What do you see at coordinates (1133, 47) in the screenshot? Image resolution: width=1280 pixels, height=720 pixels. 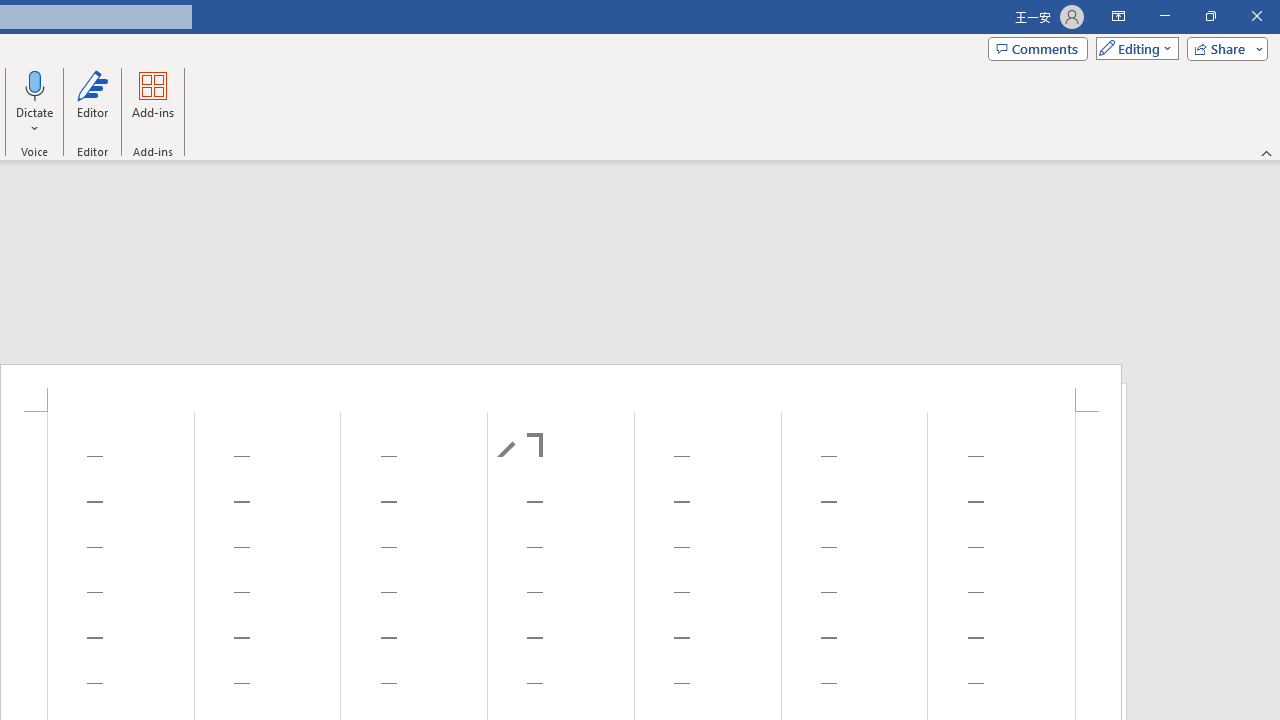 I see `'Mode'` at bounding box center [1133, 47].